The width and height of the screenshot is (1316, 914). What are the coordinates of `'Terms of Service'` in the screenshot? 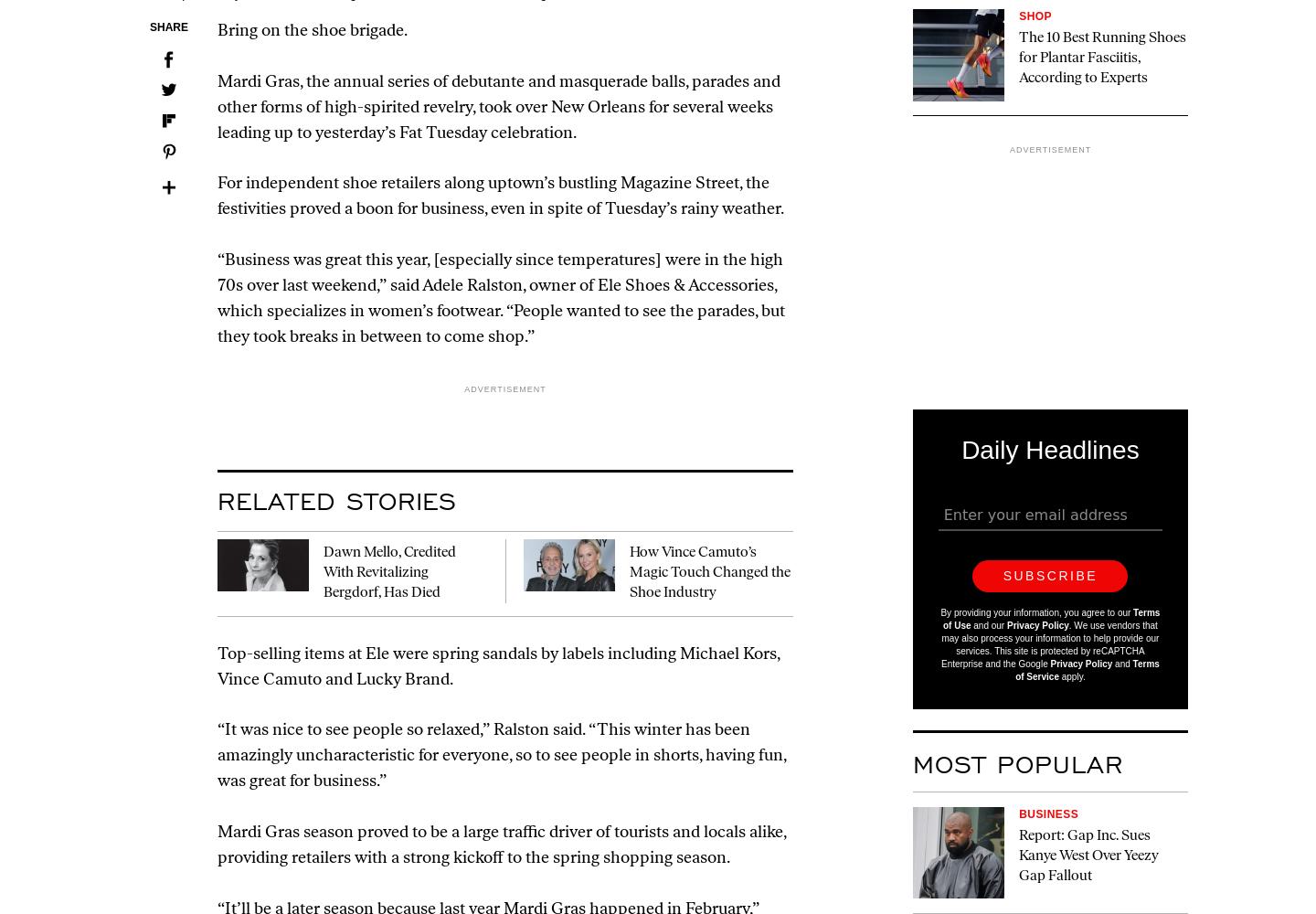 It's located at (1088, 669).